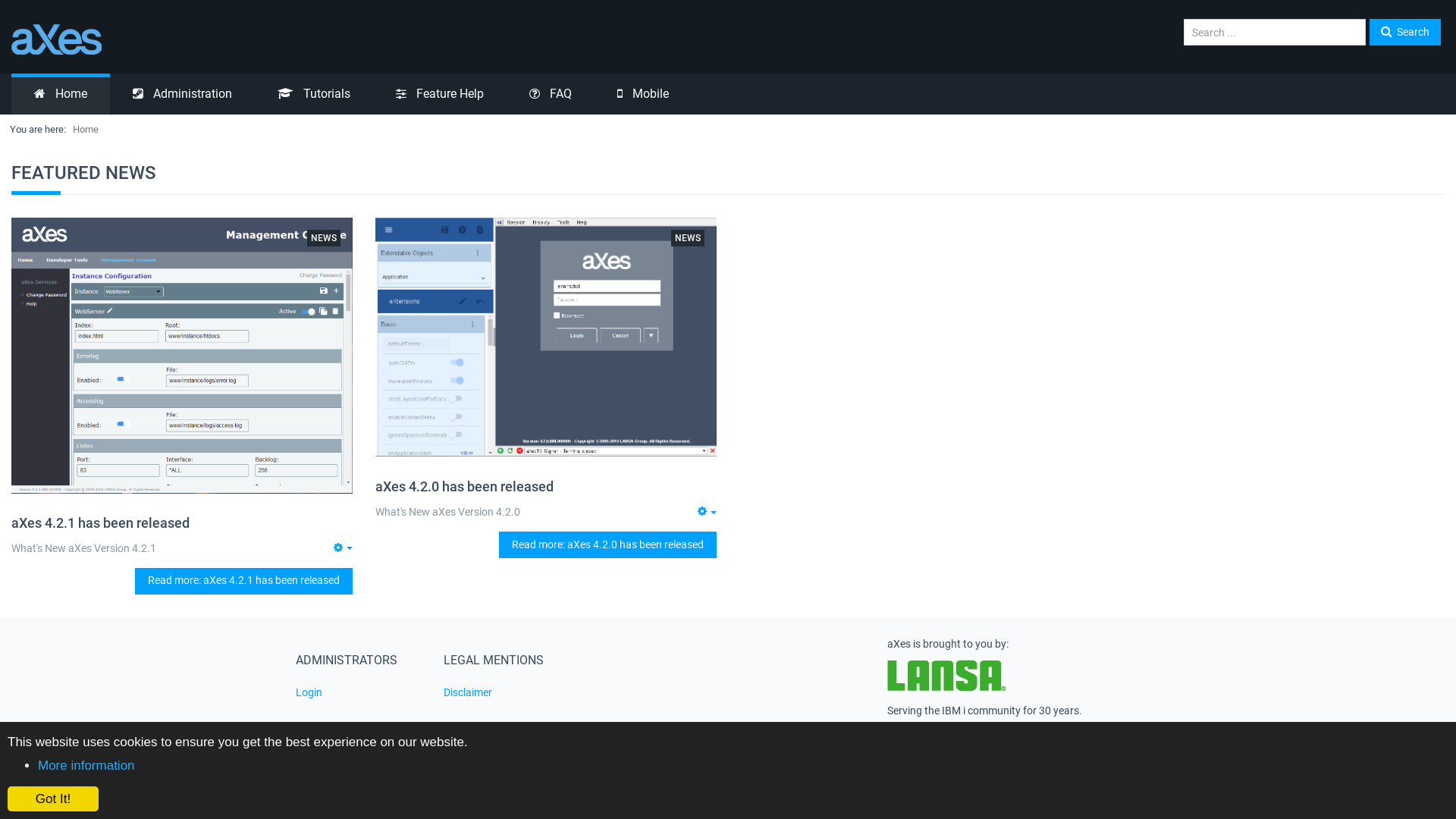  Describe the element at coordinates (357, 692) in the screenshot. I see `'Login'` at that location.